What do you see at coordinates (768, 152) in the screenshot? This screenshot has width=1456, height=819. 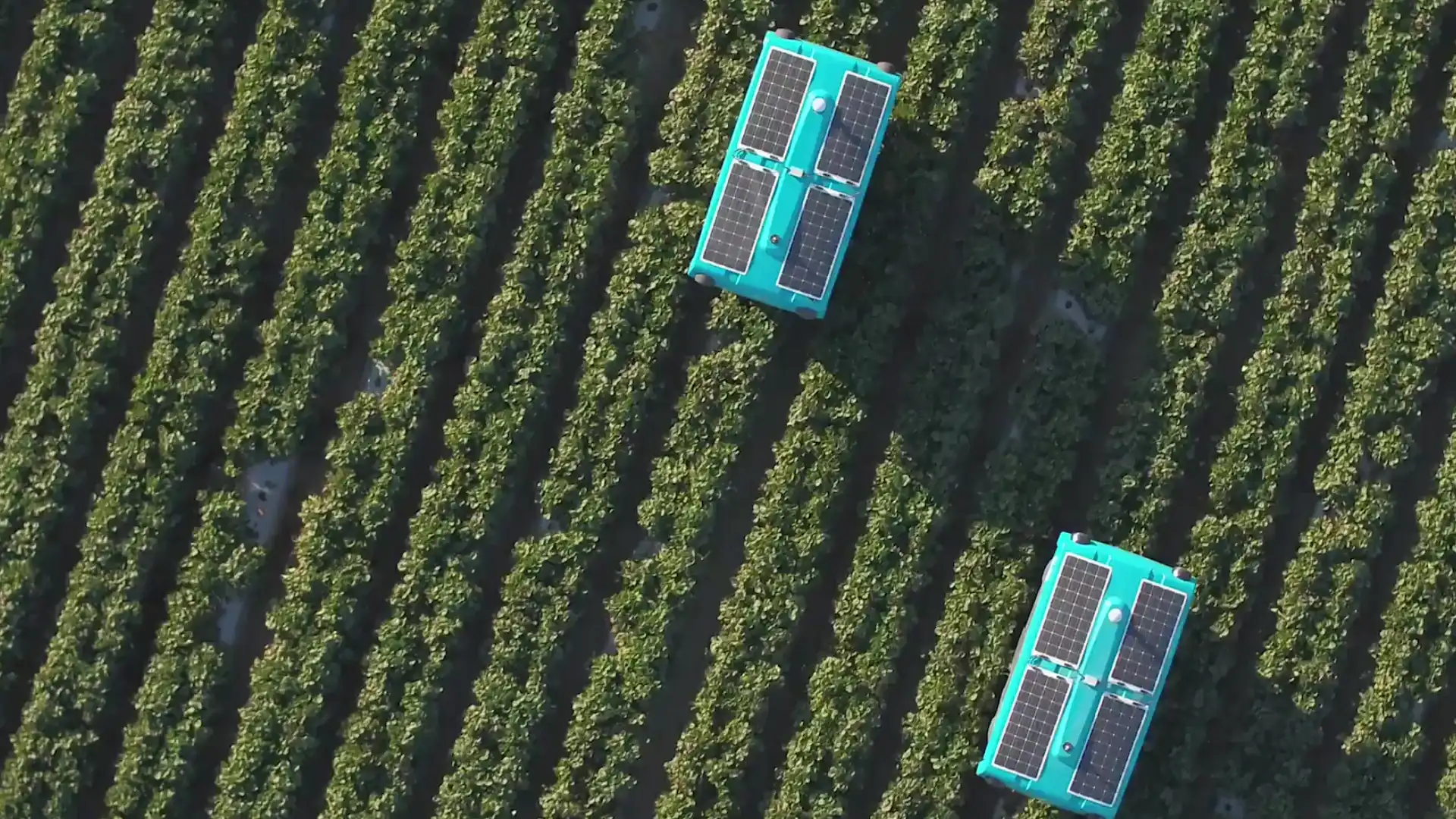 I see `No ordinary ride The Self-Driving Car team completes the worlds first fully self-driving ride on public roads in Austin, TX  no steering wheel, pedals, or test drivers involved. Steve Mahan, the former CEO of the Santa Clara Valley Blind Center, is the inaugural passenger.` at bounding box center [768, 152].